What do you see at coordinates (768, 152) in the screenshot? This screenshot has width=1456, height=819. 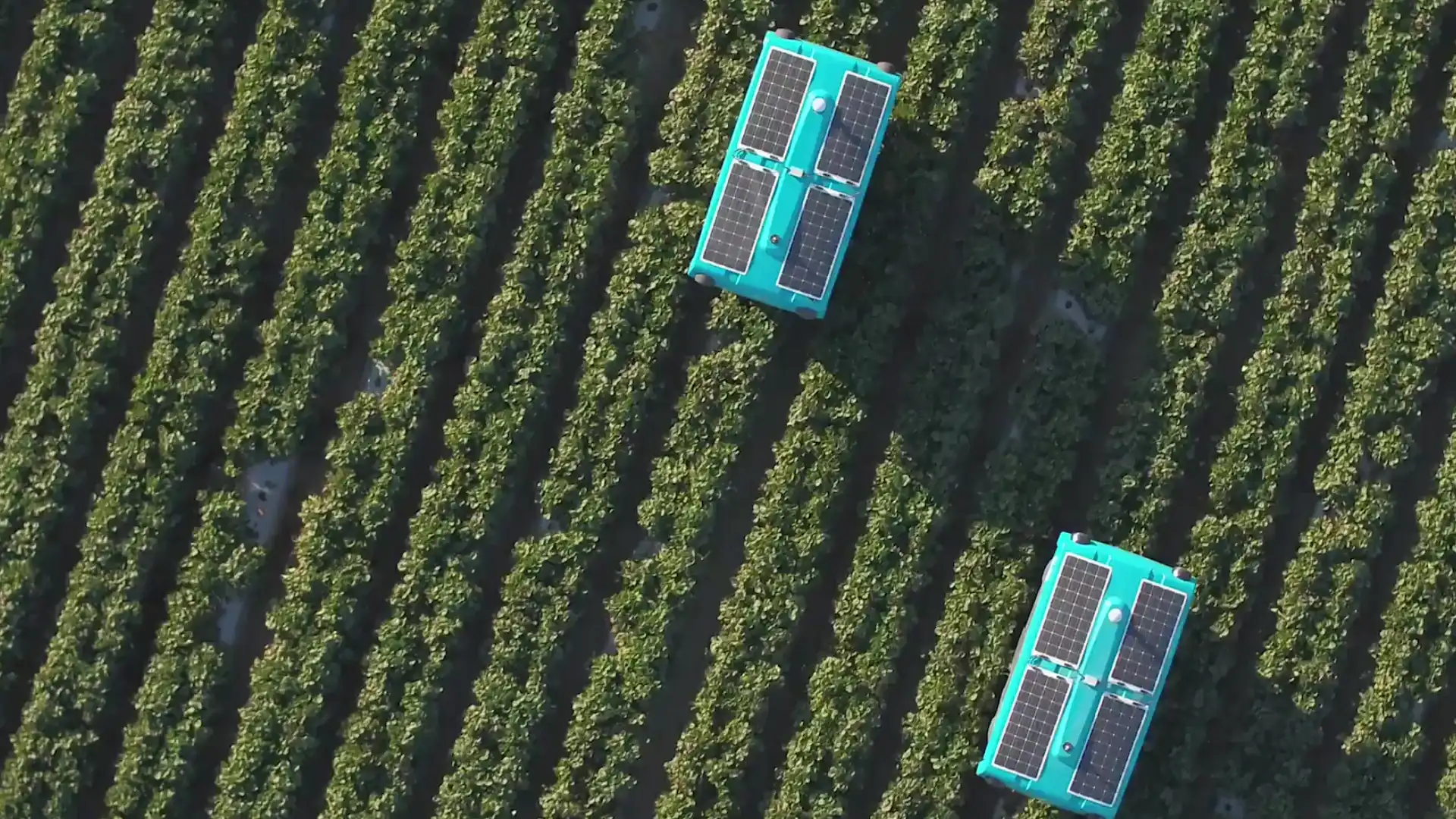 I see `No ordinary ride The Self-Driving Car team completes the worlds first fully self-driving ride on public roads in Austin, TX  no steering wheel, pedals, or test drivers involved. Steve Mahan, the former CEO of the Santa Clara Valley Blind Center, is the inaugural passenger.` at bounding box center [768, 152].